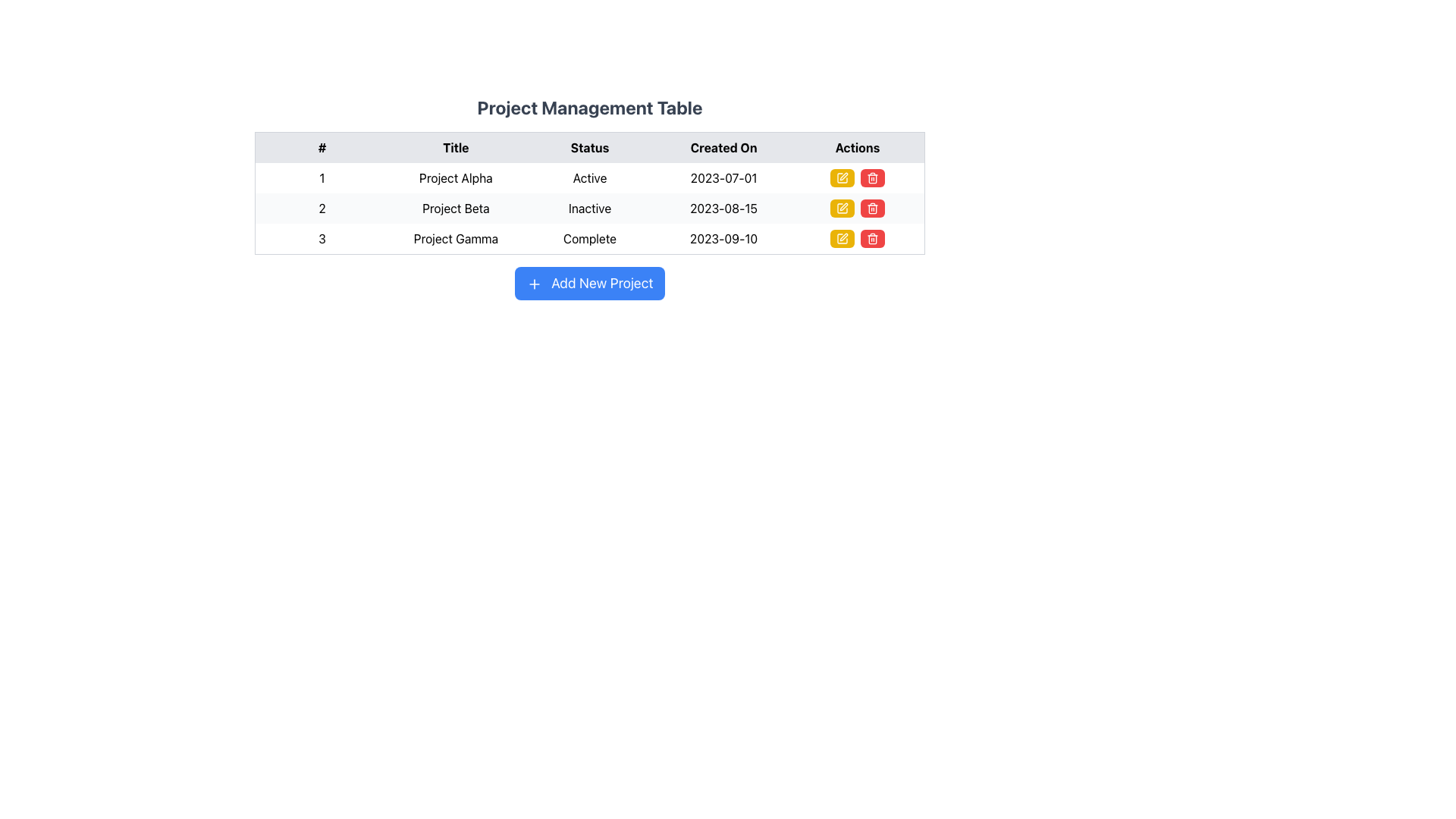 The height and width of the screenshot is (819, 1456). I want to click on the plus icon located within the 'Add New Project' button, which is a small graphical component with a blue background and white strokes, positioned on the left side of the button, so click(534, 284).